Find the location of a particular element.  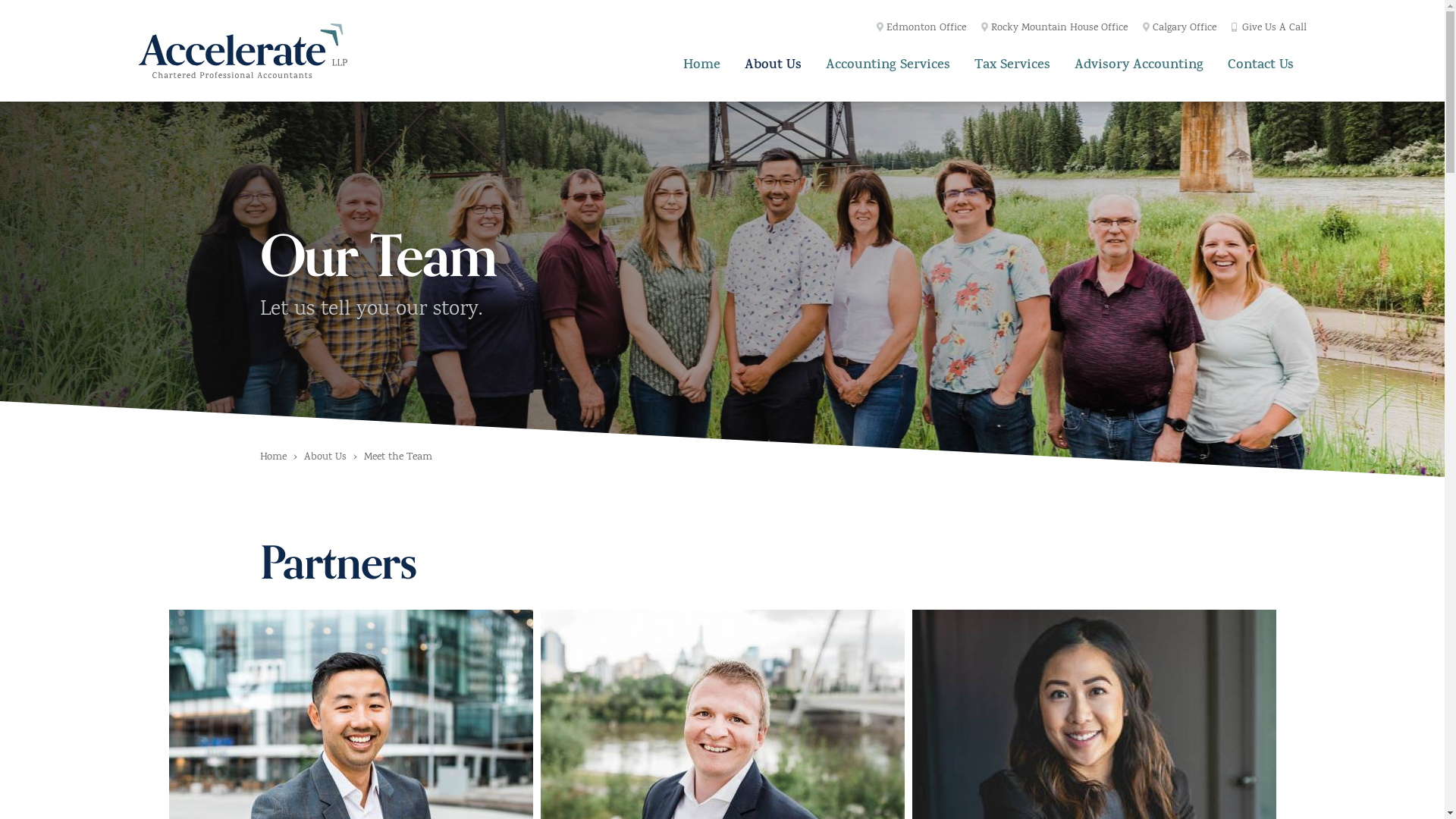

'About Us' is located at coordinates (324, 457).